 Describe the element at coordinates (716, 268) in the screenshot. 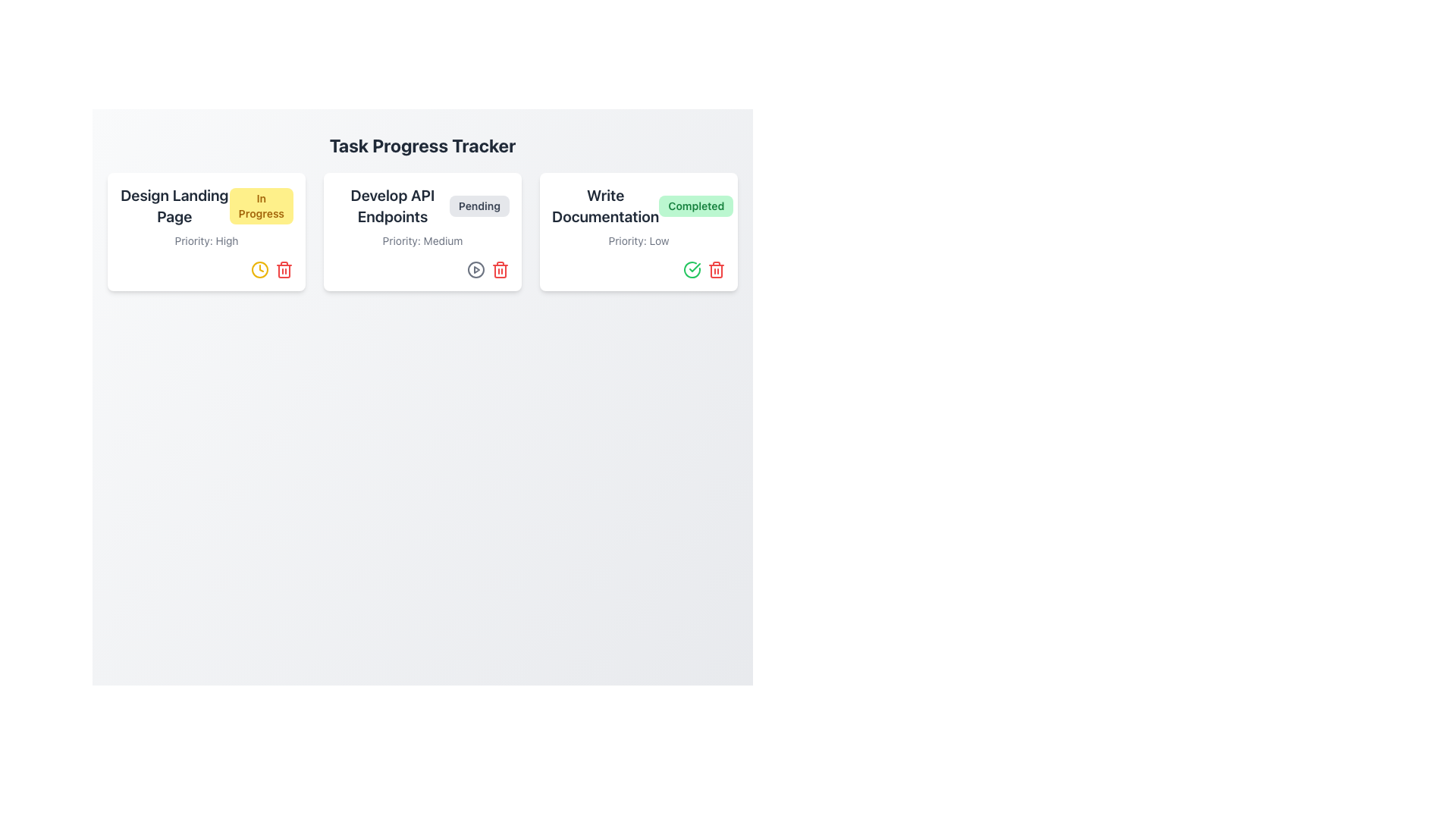

I see `the delete button icon located at the bottom-right corner of the 'Write Documentation' card` at that location.